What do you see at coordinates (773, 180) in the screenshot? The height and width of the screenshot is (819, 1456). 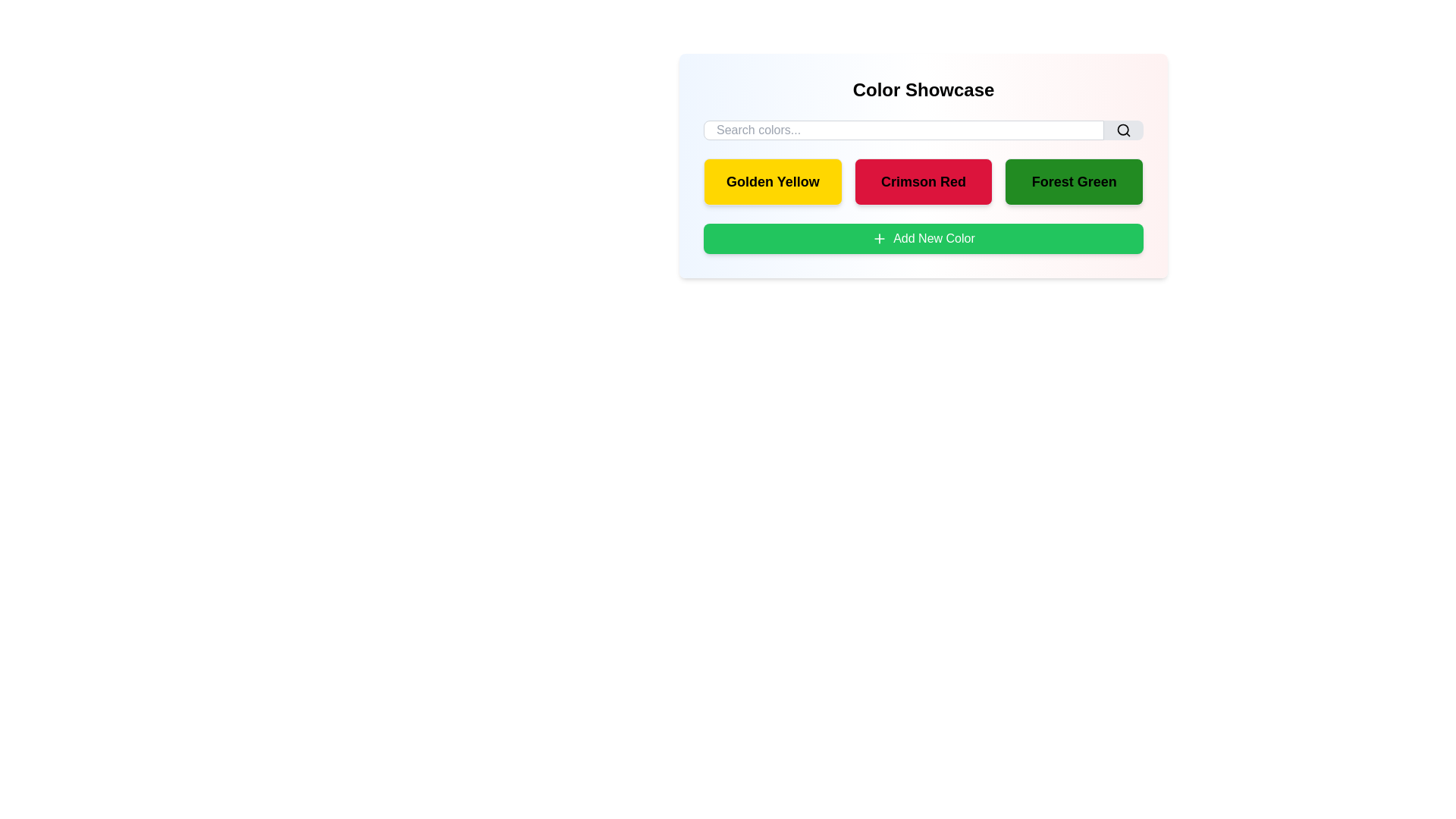 I see `the text label that describes the selected color 'Golden Yellow' in the color showcase interface, located in the top left corner under the 'Search colors...' section` at bounding box center [773, 180].